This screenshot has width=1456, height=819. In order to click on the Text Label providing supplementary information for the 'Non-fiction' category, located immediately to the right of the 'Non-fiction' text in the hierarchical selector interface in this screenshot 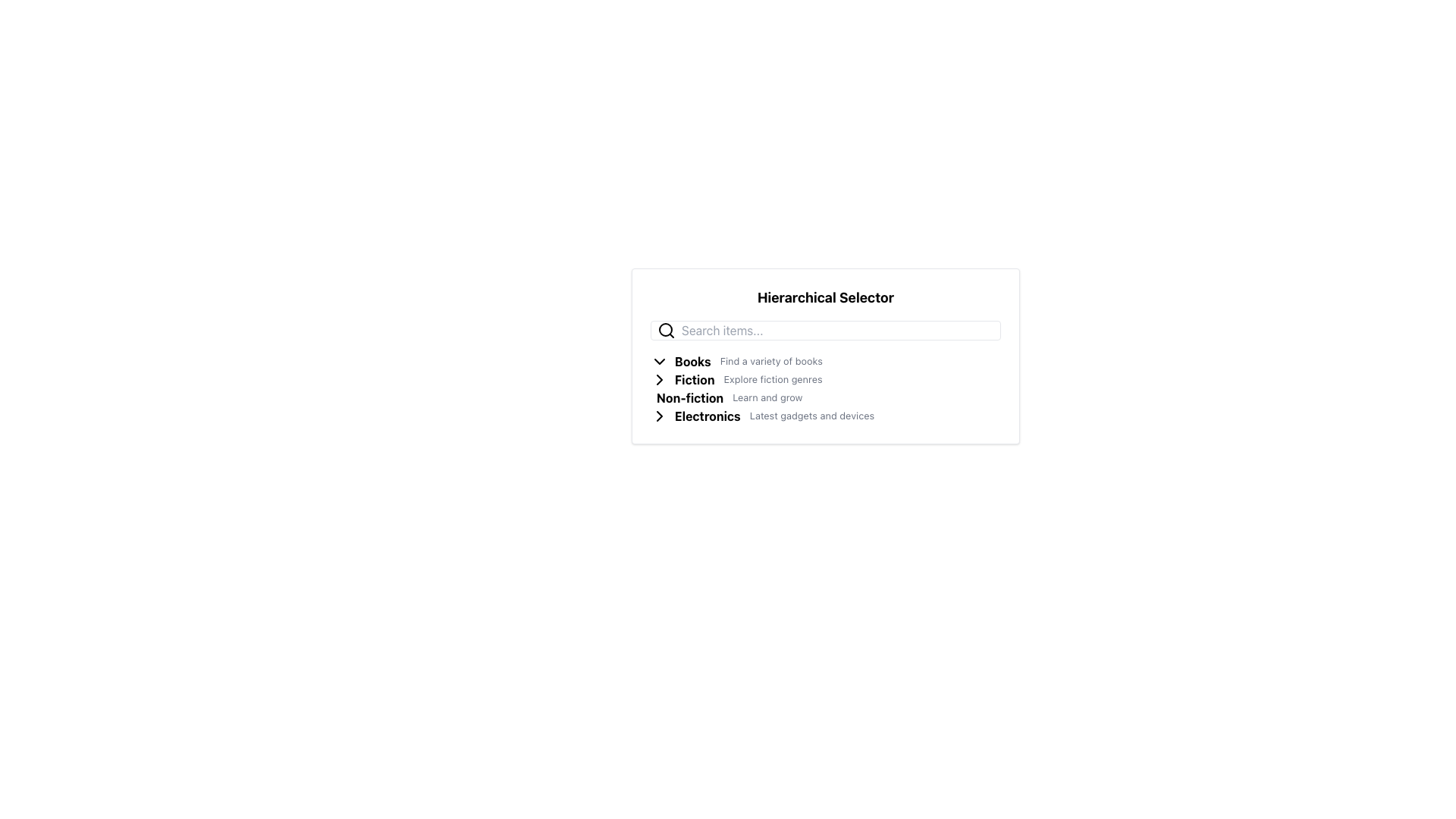, I will do `click(767, 397)`.